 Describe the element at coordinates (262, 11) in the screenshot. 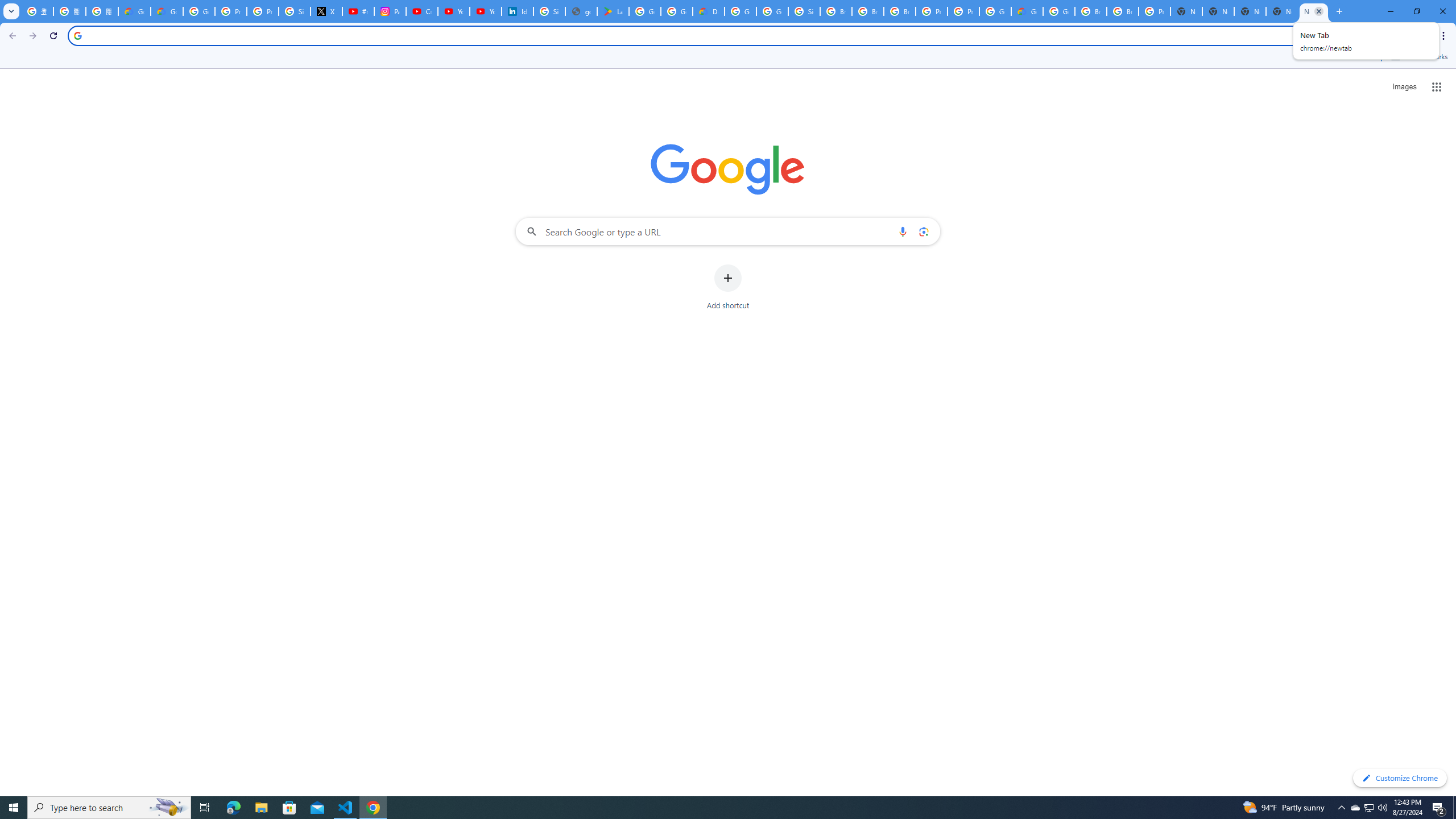

I see `'Privacy Help Center - Policies Help'` at that location.